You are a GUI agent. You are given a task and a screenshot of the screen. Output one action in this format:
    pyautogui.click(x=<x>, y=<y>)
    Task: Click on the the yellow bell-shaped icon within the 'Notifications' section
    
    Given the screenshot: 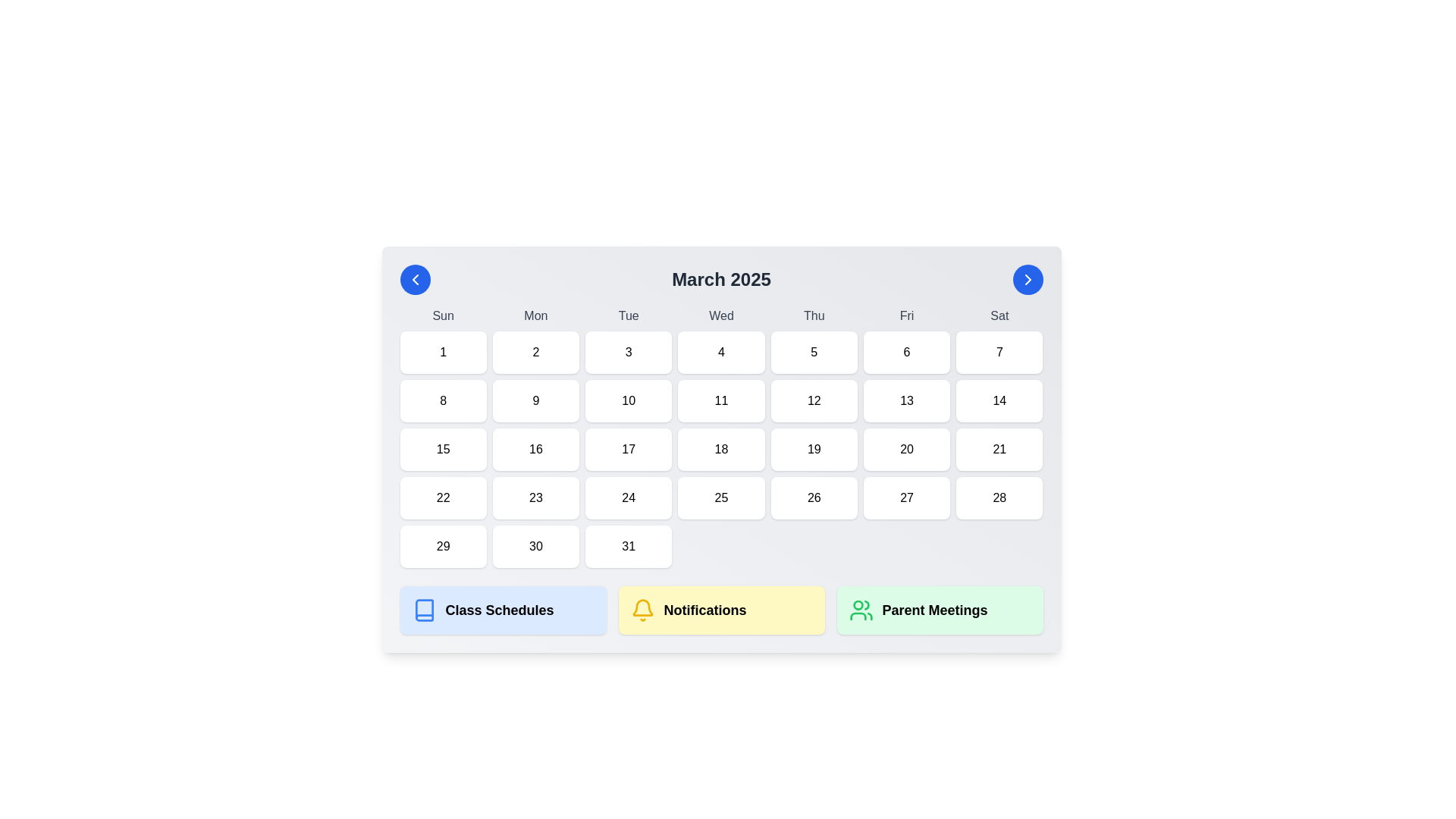 What is the action you would take?
    pyautogui.click(x=642, y=610)
    